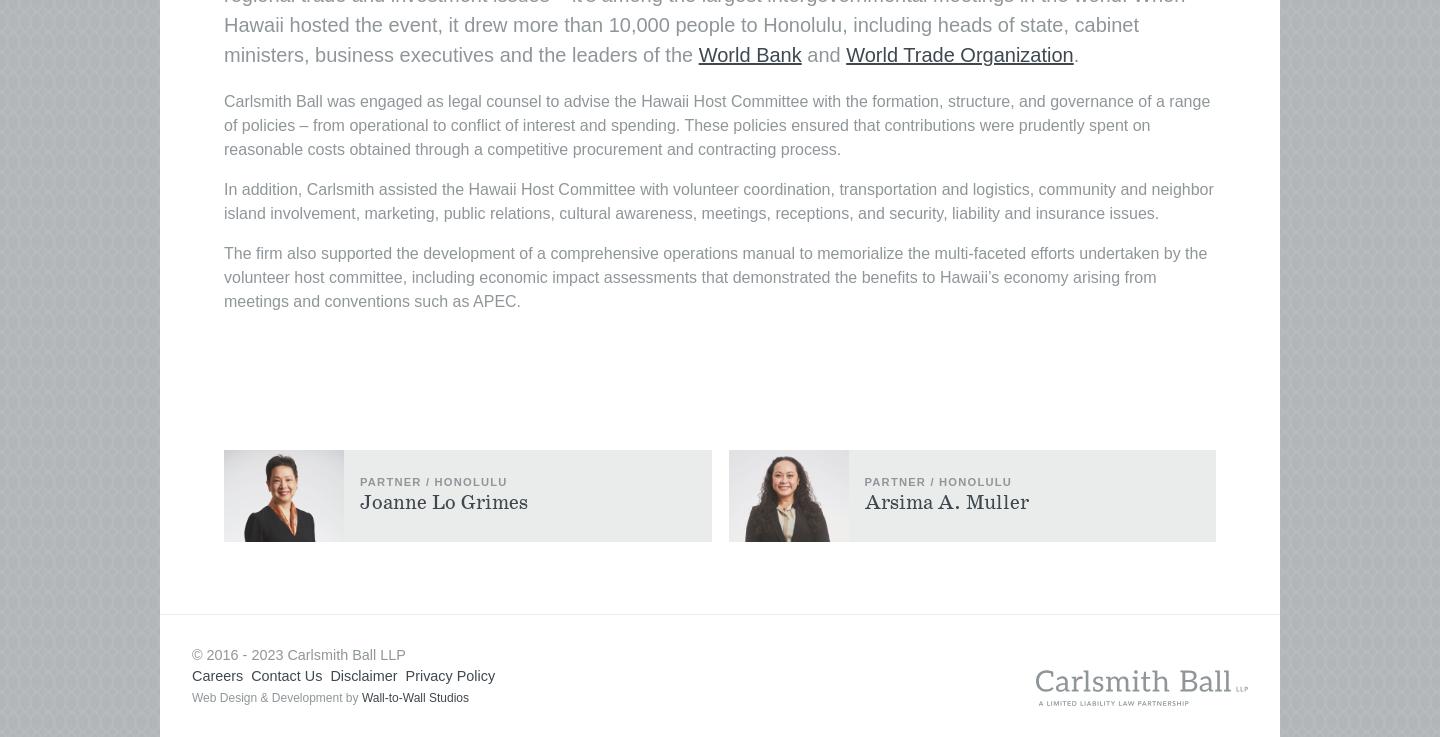 This screenshot has height=737, width=1440. Describe the element at coordinates (443, 502) in the screenshot. I see `'Joanne Lo Grimes'` at that location.